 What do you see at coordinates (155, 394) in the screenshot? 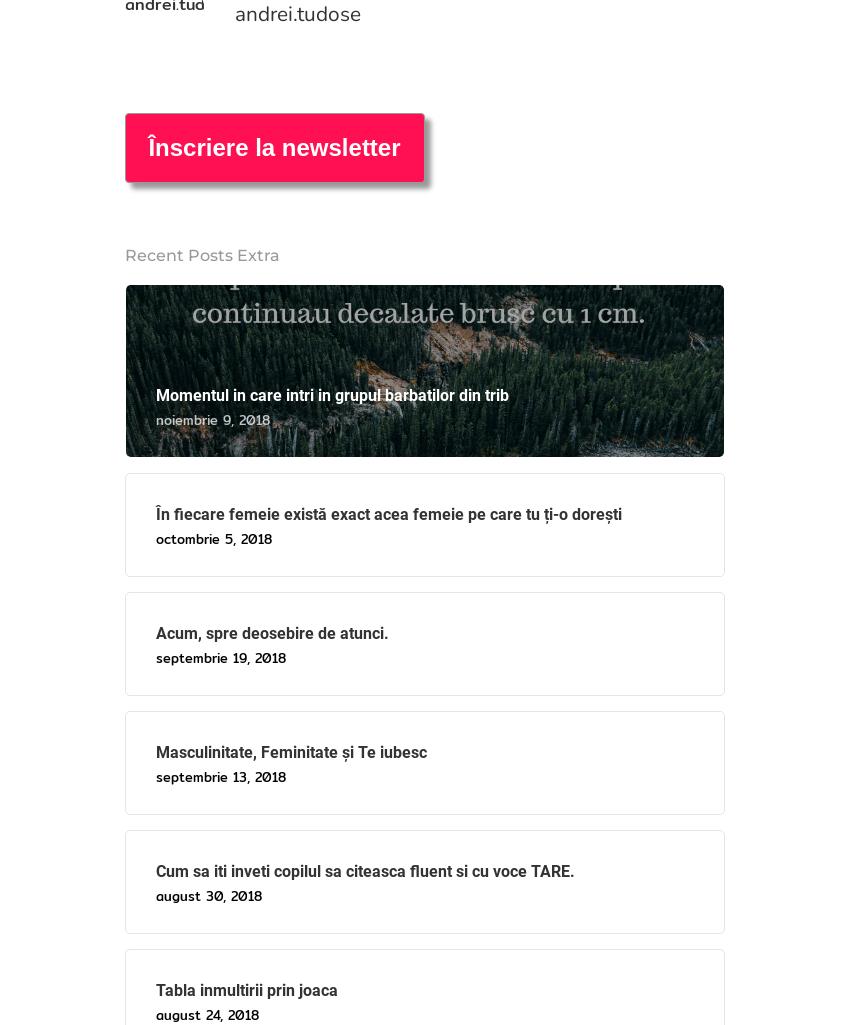
I see `'Momentul in care intri in grupul barbatilor din trib'` at bounding box center [155, 394].